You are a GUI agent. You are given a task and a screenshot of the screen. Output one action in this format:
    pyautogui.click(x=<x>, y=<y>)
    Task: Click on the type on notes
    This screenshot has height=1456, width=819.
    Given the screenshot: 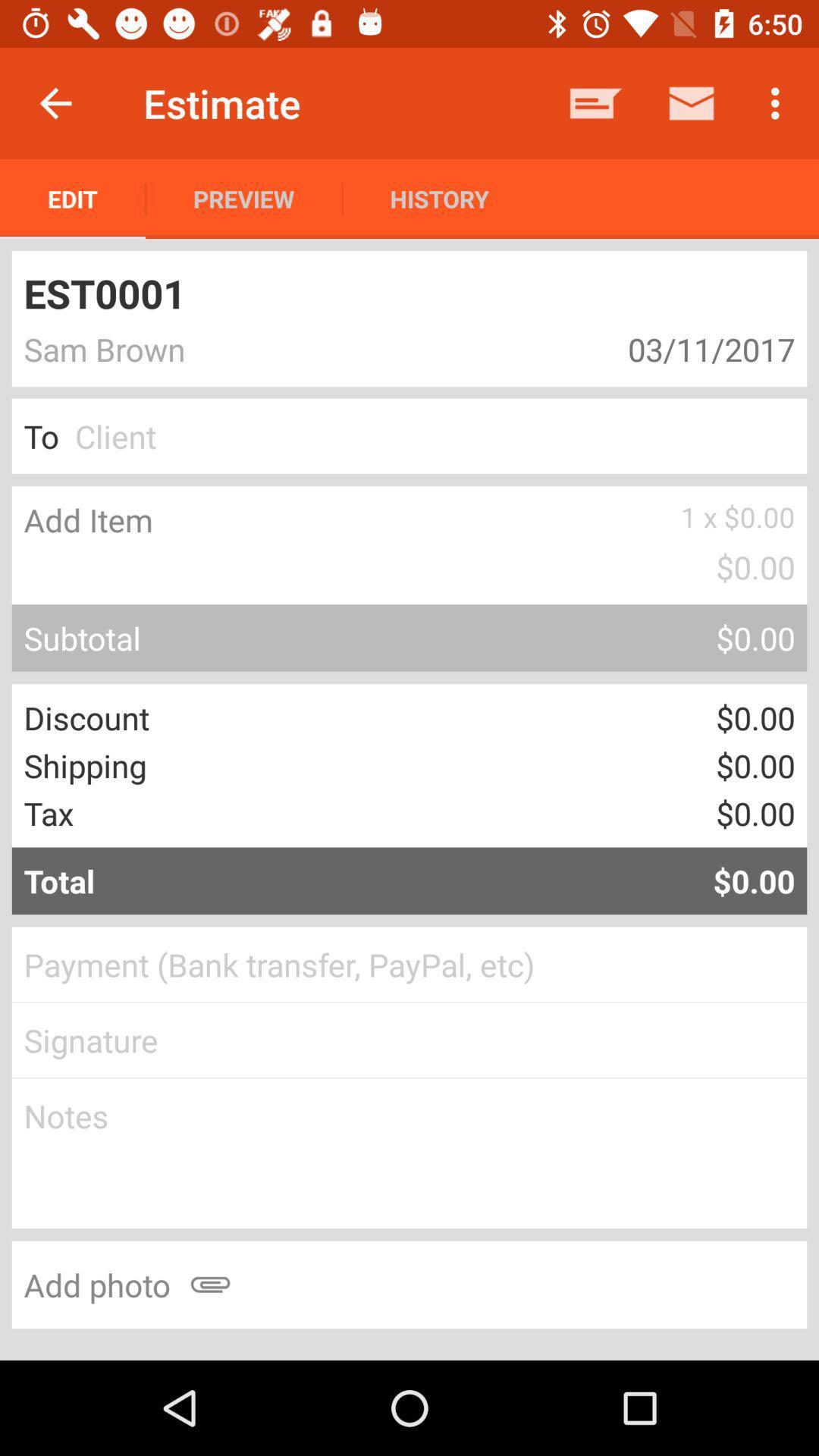 What is the action you would take?
    pyautogui.click(x=409, y=1153)
    